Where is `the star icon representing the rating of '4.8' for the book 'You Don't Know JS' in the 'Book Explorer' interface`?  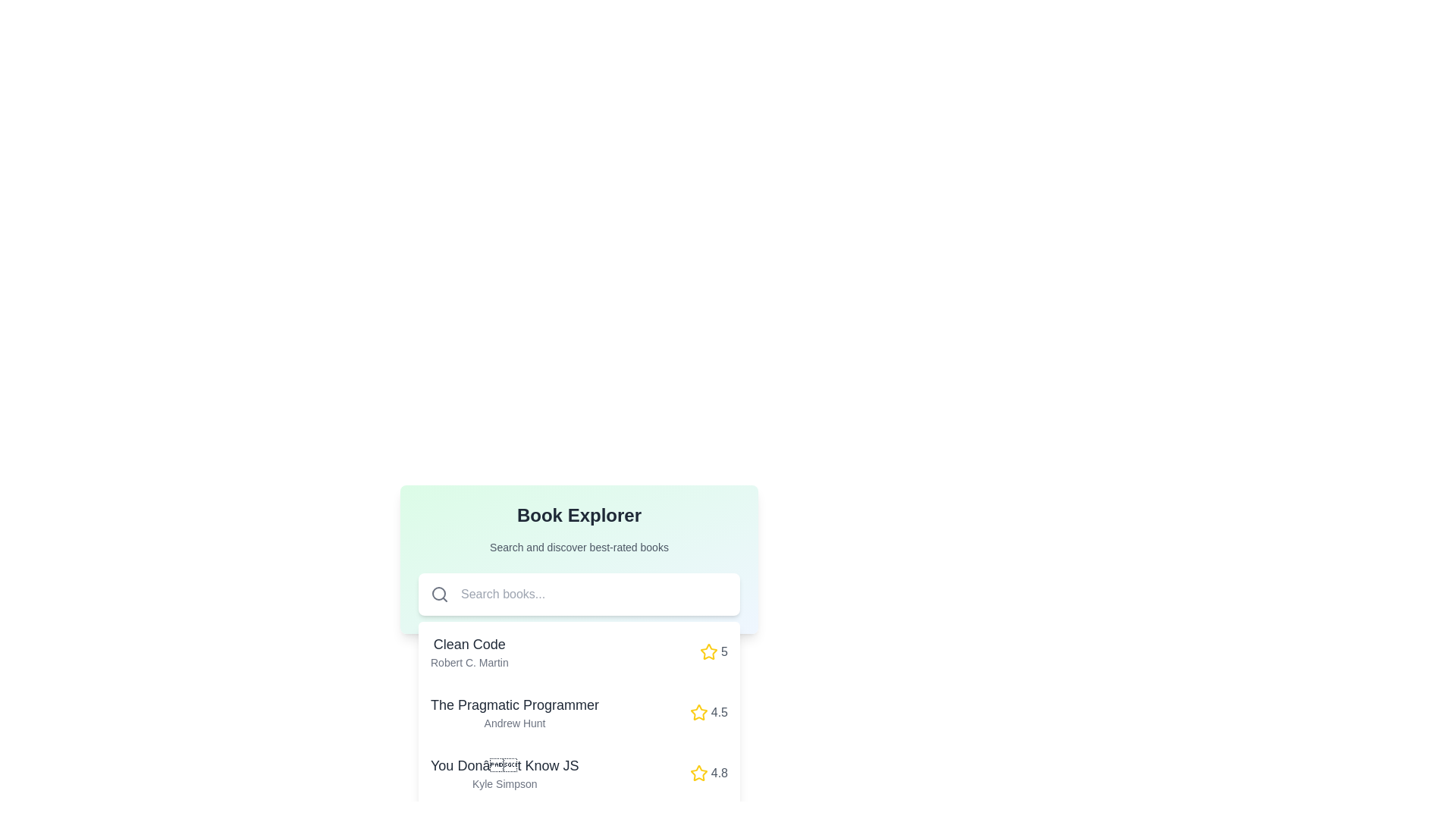 the star icon representing the rating of '4.8' for the book 'You Don't Know JS' in the 'Book Explorer' interface is located at coordinates (698, 773).